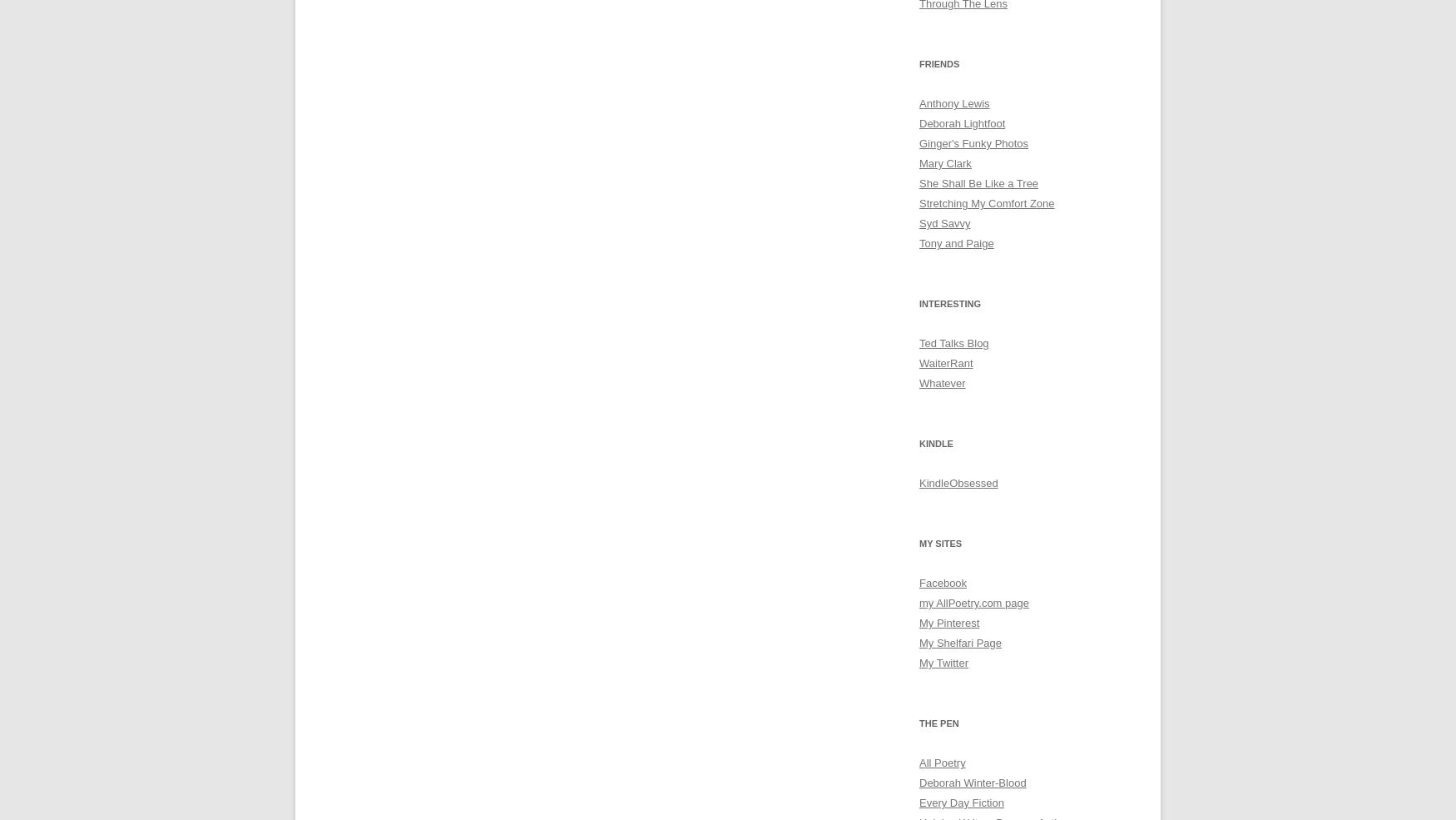 This screenshot has height=820, width=1456. I want to click on 'The Pen', so click(919, 722).